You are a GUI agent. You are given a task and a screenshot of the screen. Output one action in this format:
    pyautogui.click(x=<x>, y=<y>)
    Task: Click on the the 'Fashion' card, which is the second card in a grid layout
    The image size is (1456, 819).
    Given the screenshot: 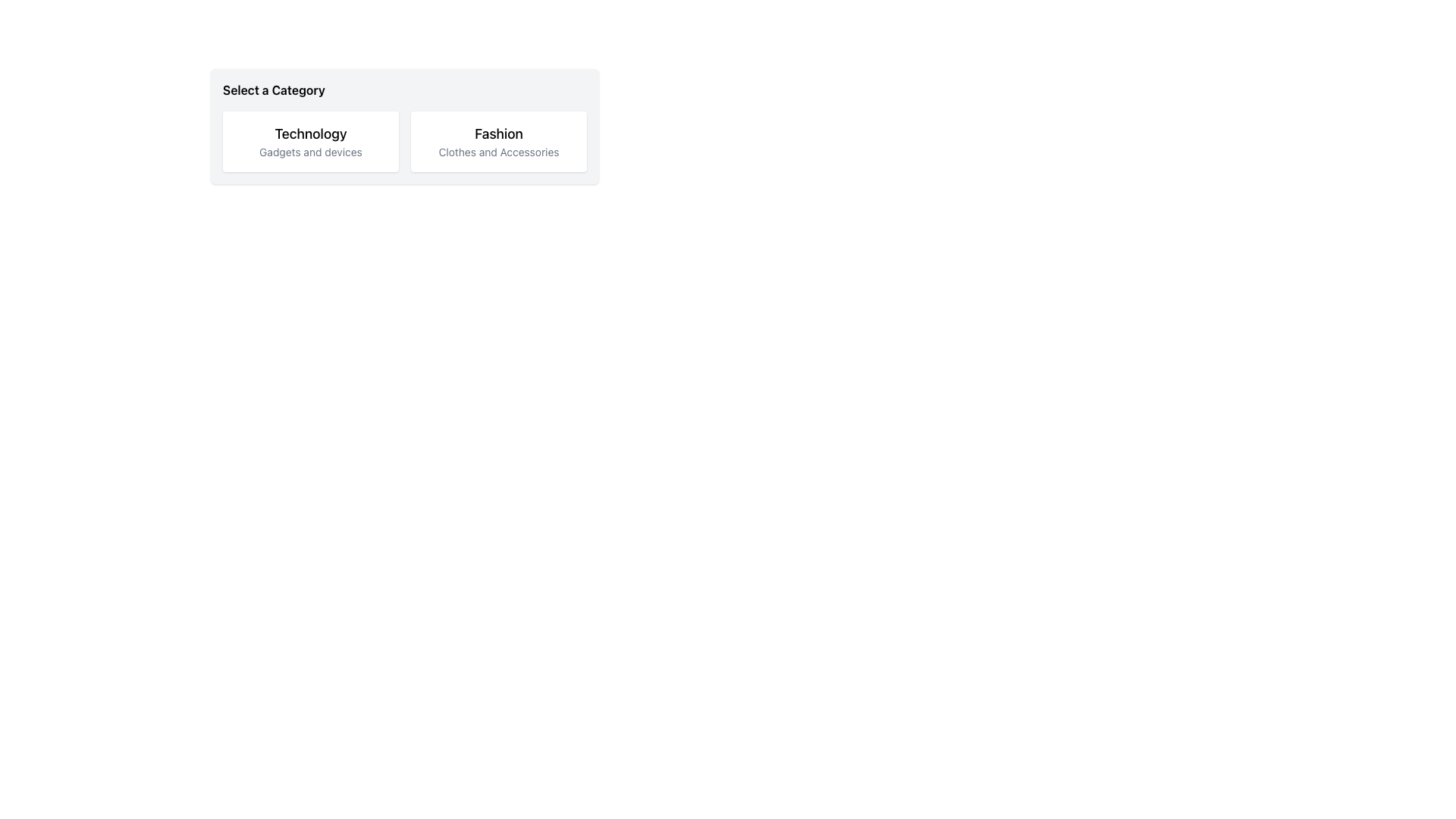 What is the action you would take?
    pyautogui.click(x=498, y=141)
    